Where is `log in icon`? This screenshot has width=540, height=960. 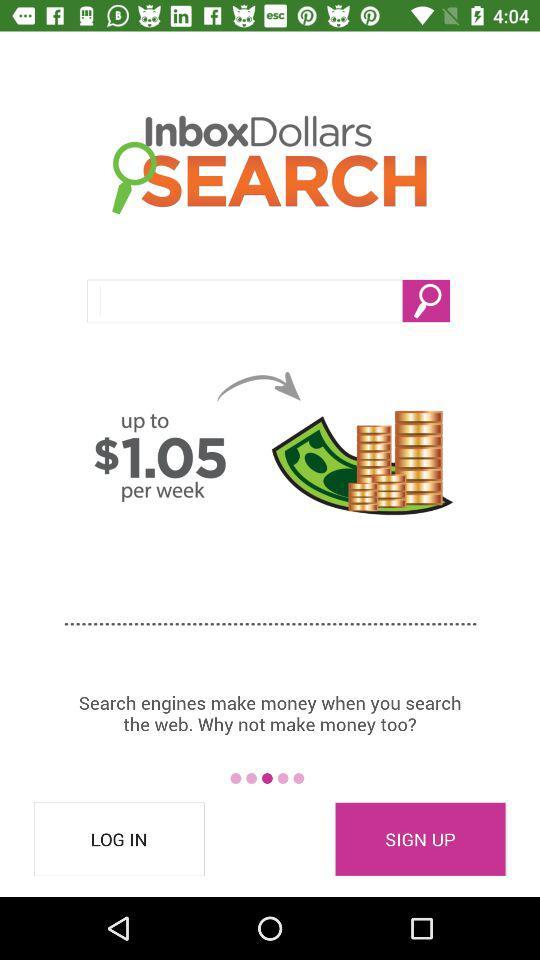 log in icon is located at coordinates (119, 839).